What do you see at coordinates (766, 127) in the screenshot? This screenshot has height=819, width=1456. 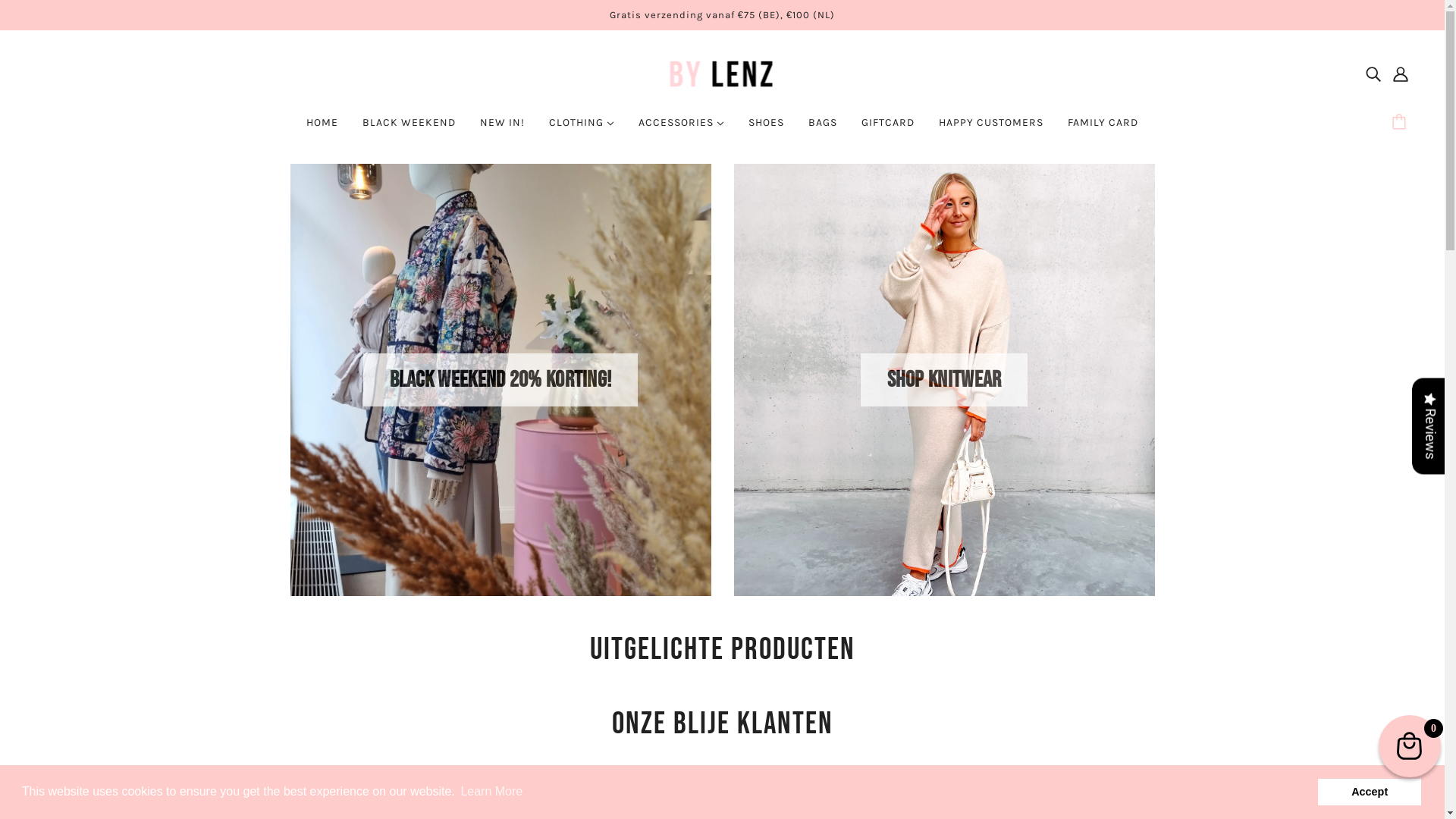 I see `'SHOES'` at bounding box center [766, 127].